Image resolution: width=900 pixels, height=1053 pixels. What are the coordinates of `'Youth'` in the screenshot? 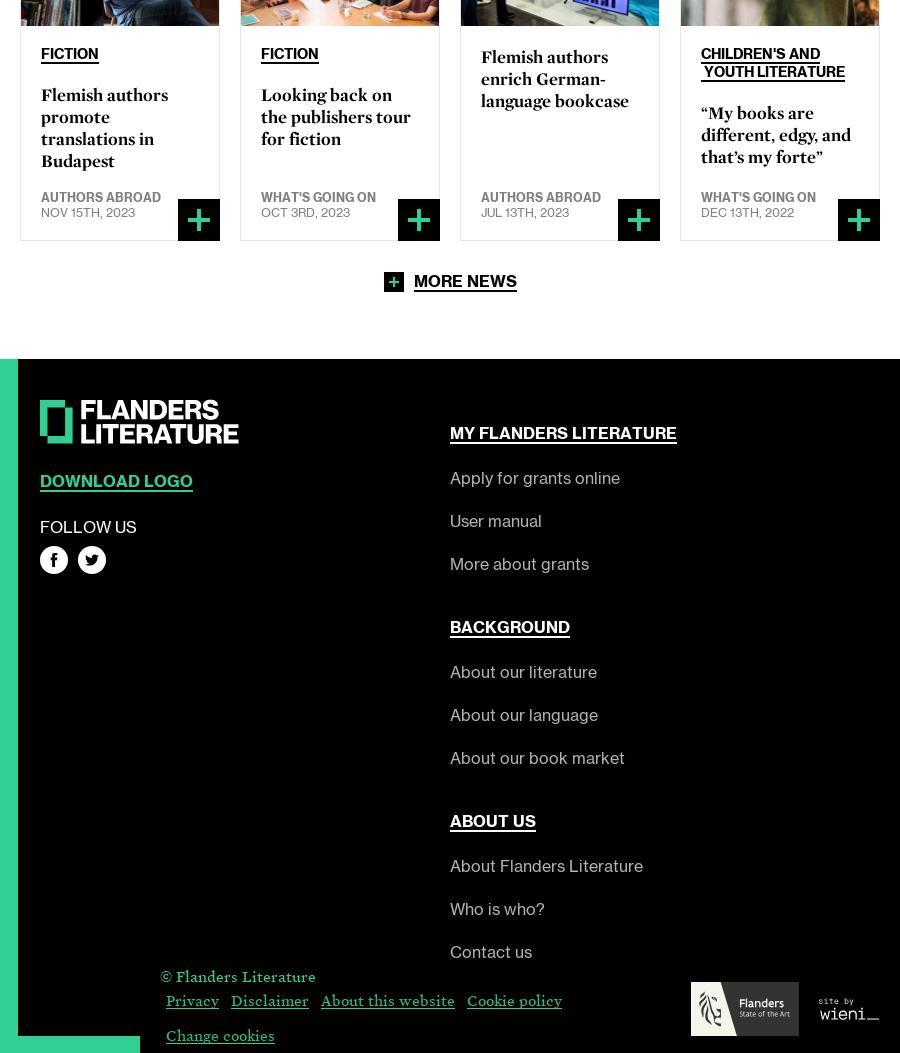 It's located at (726, 71).